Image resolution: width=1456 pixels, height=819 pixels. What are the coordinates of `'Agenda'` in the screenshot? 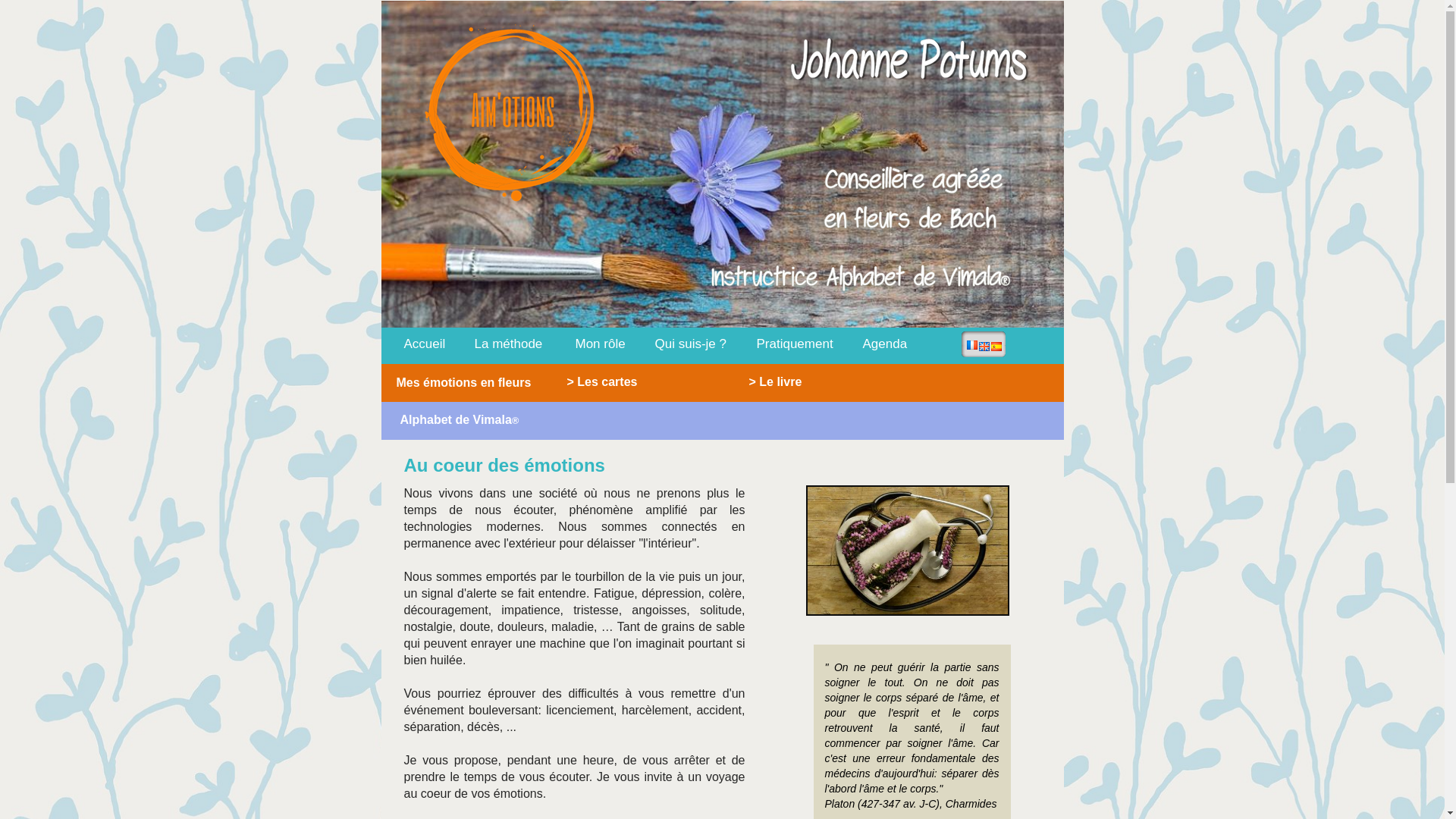 It's located at (851, 343).